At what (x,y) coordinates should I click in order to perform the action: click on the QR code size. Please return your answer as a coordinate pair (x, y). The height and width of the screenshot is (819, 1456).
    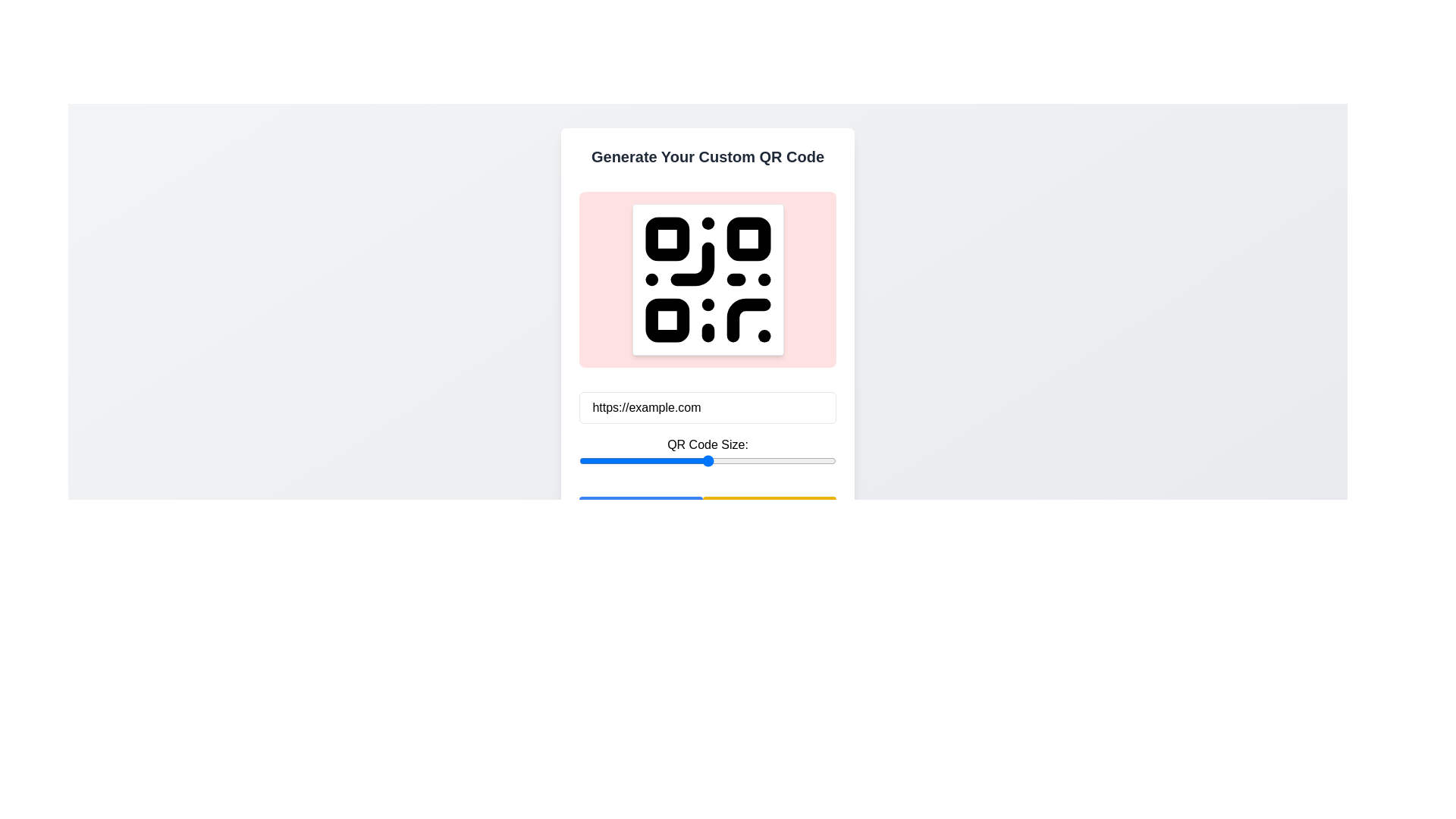
    Looking at the image, I should click on (657, 460).